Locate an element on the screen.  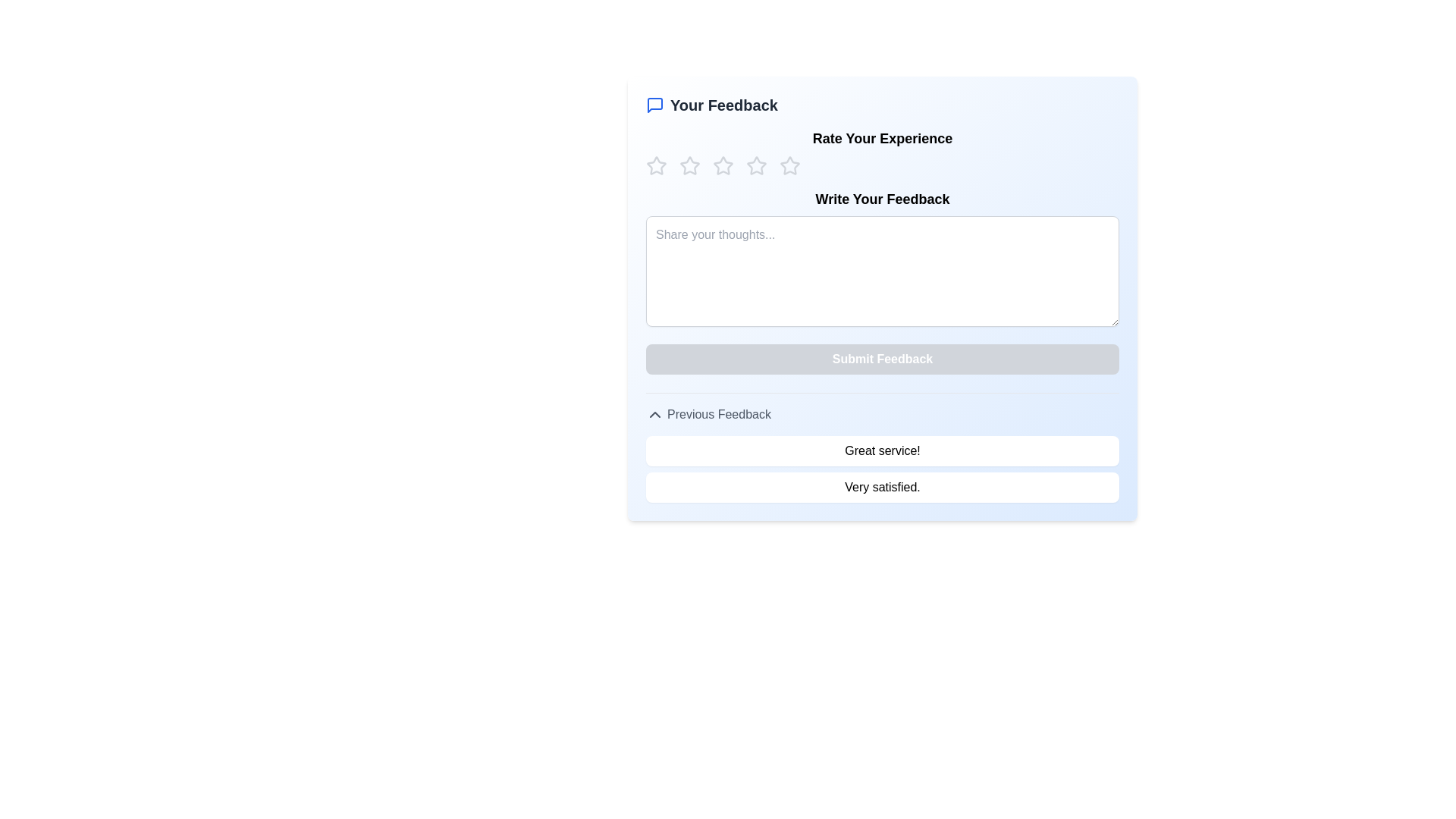
feedback icon located at the far left of the header section, which complements the text 'Your Feedback' is located at coordinates (655, 104).